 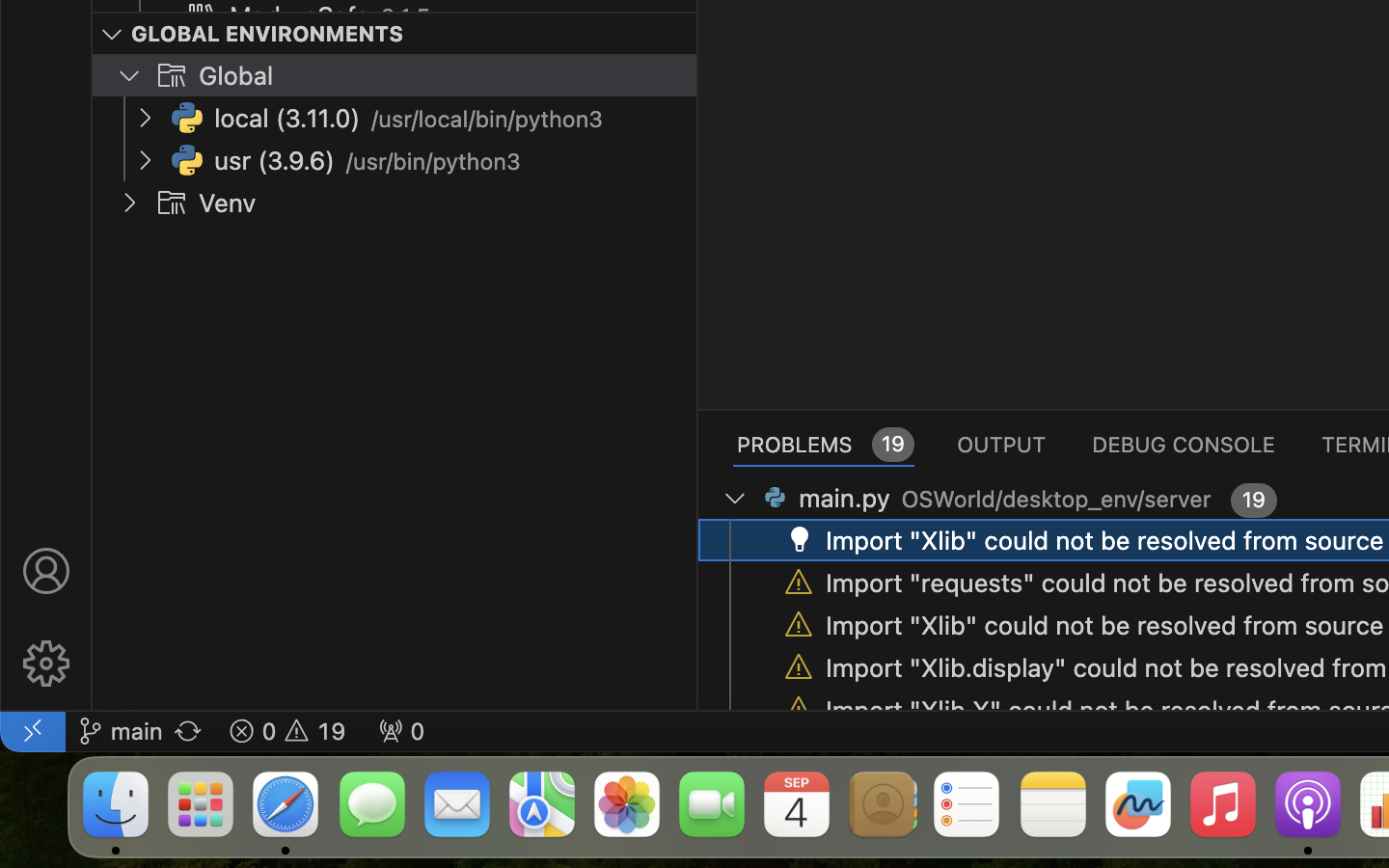 I want to click on 'Global', so click(x=234, y=75).